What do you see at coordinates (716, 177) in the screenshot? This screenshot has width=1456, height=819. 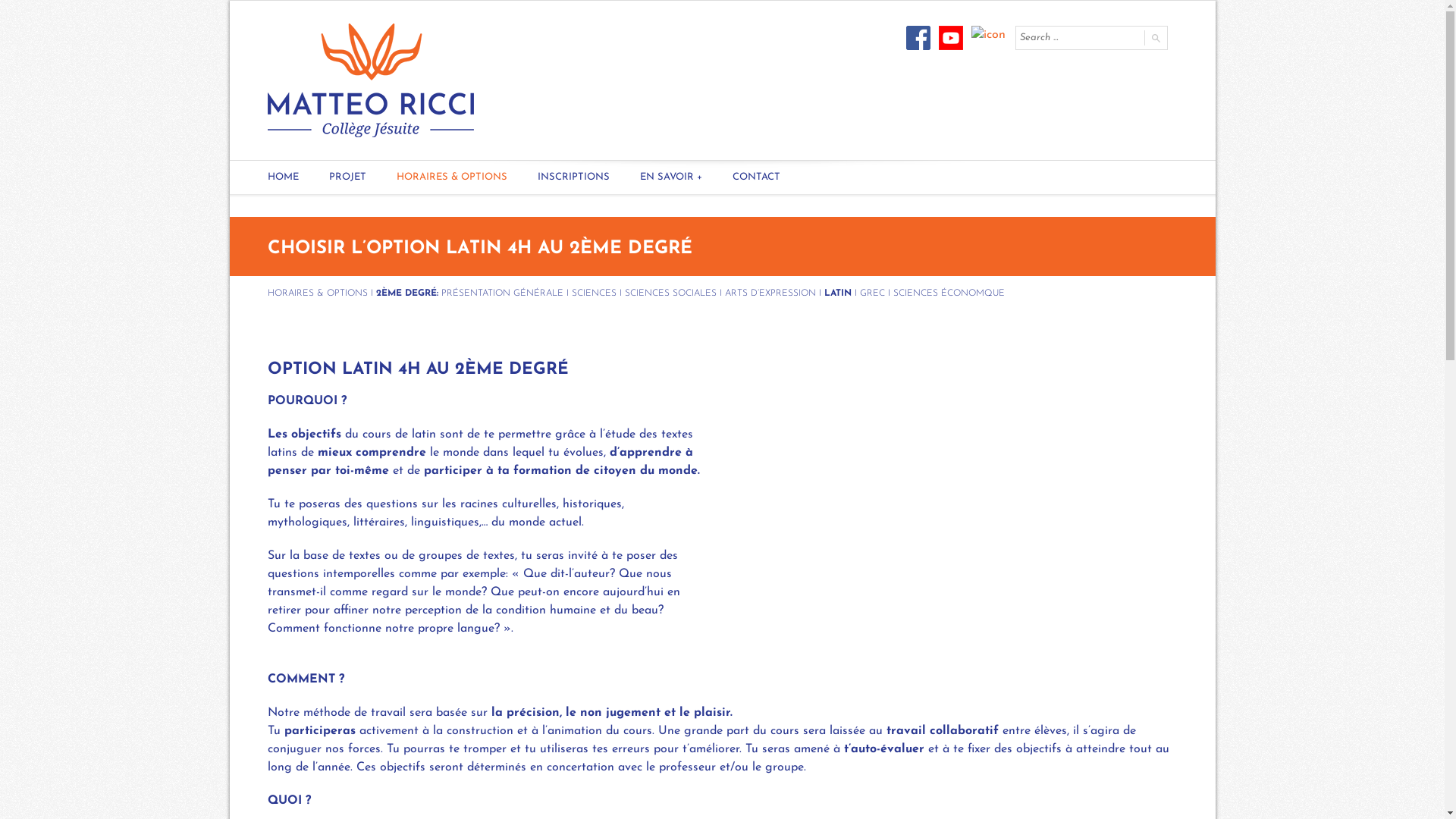 I see `'CONTACT'` at bounding box center [716, 177].